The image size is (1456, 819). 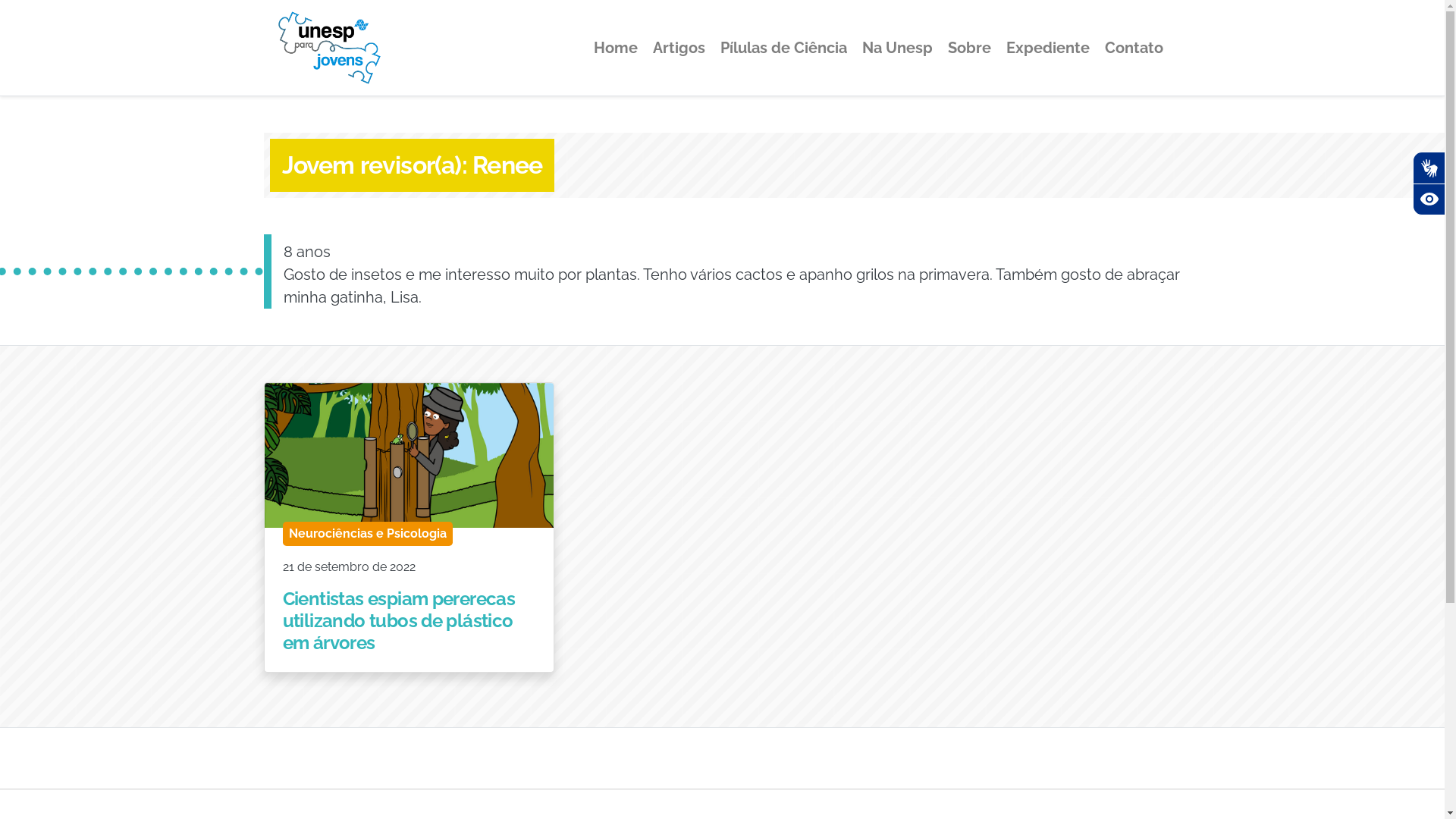 What do you see at coordinates (999, 46) in the screenshot?
I see `'Expediente'` at bounding box center [999, 46].